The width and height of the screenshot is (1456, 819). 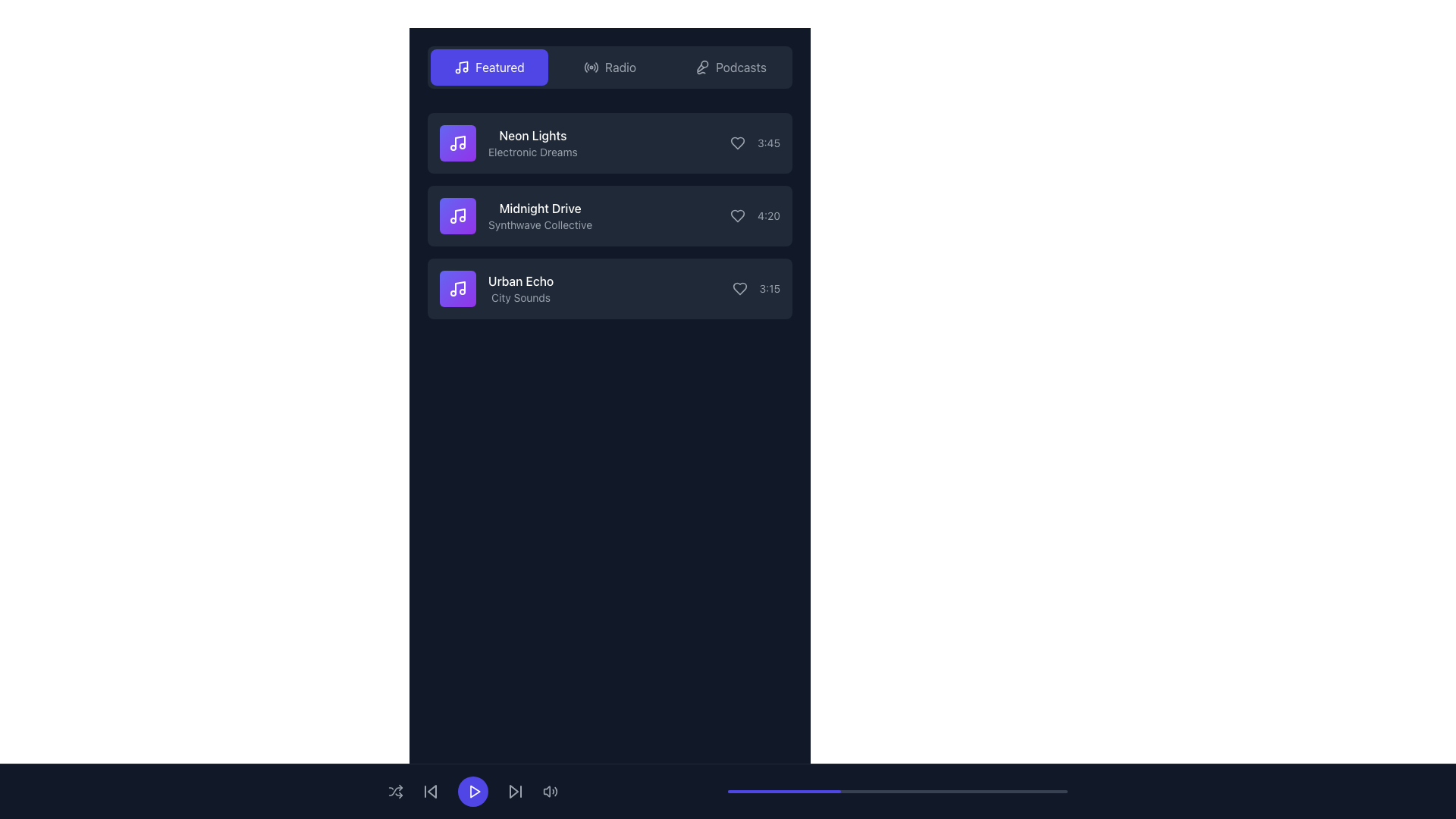 I want to click on the curved stroke of the music note icon located to the left of the title 'Neon Lights'. This is part of the main vertical line and upper note portion of the icon, so click(x=459, y=142).